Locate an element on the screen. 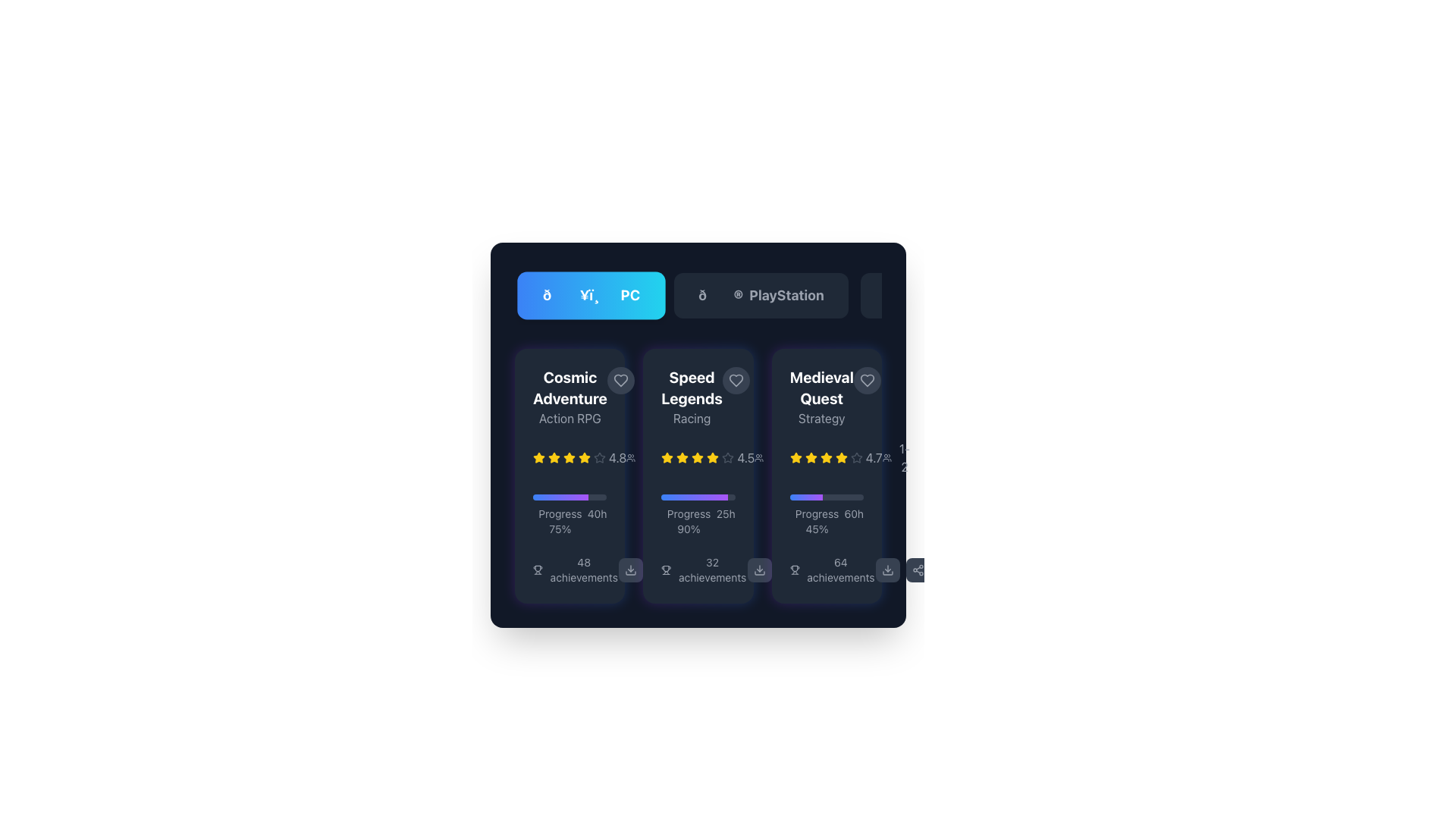 This screenshot has width=1456, height=819. the star icon indicating the rating of '4.5' in the rating section of the 'Speed Legends' game card is located at coordinates (728, 457).